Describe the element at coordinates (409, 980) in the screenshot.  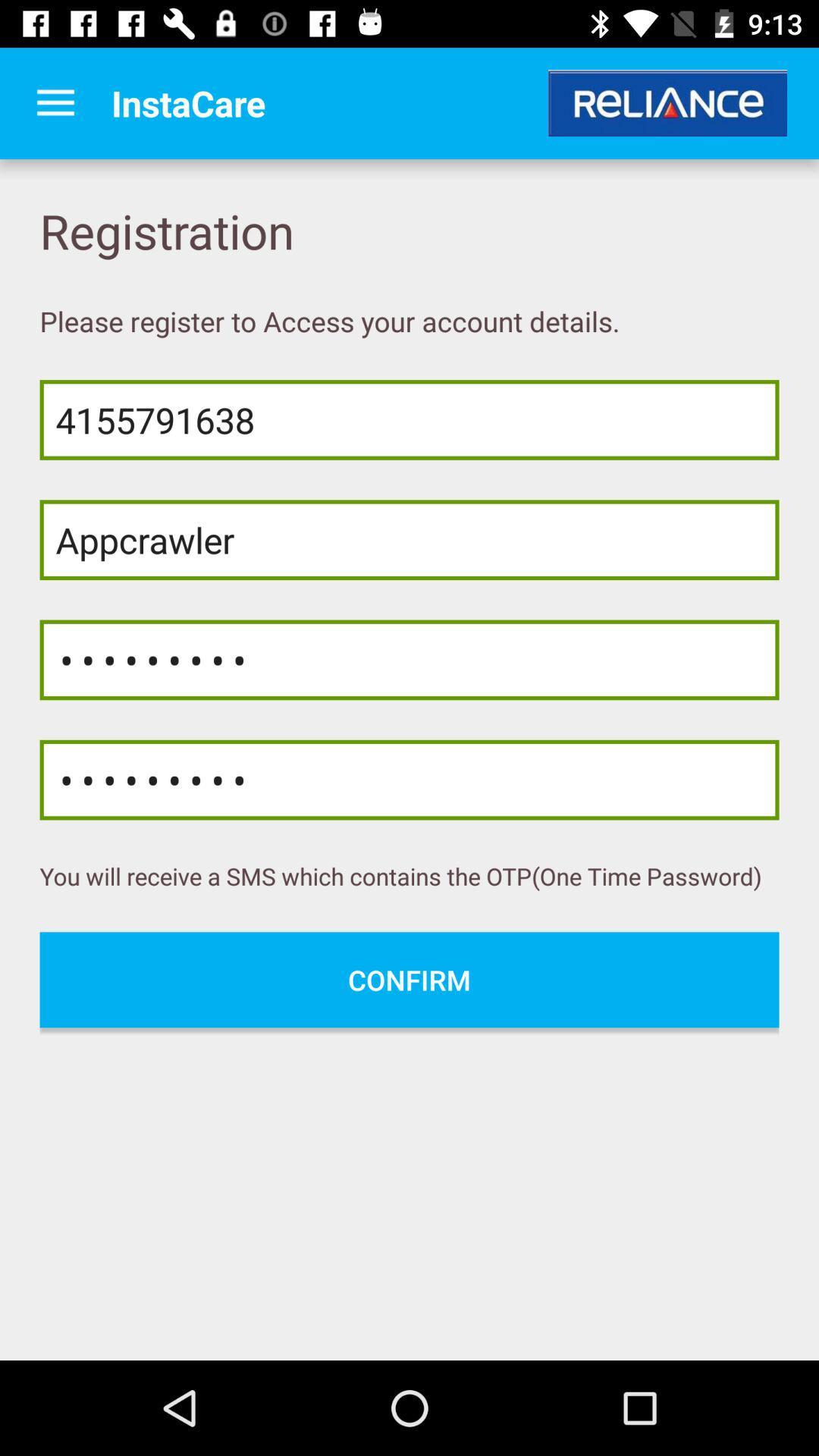
I see `item below you will receive item` at that location.